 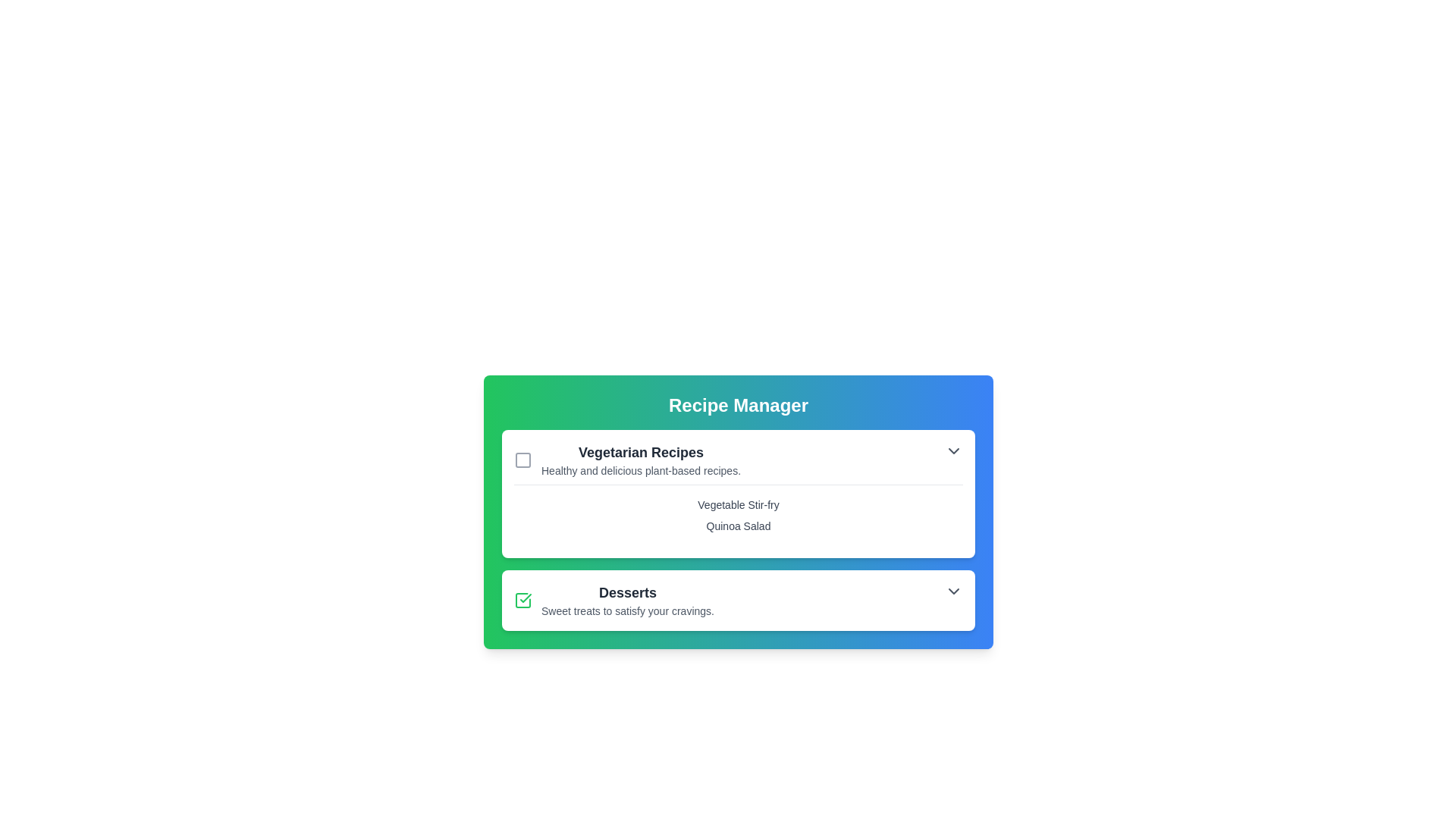 What do you see at coordinates (952, 450) in the screenshot?
I see `the downward-pointing chevron button in the header of the 'Vegetarian Recipes' section to interact` at bounding box center [952, 450].